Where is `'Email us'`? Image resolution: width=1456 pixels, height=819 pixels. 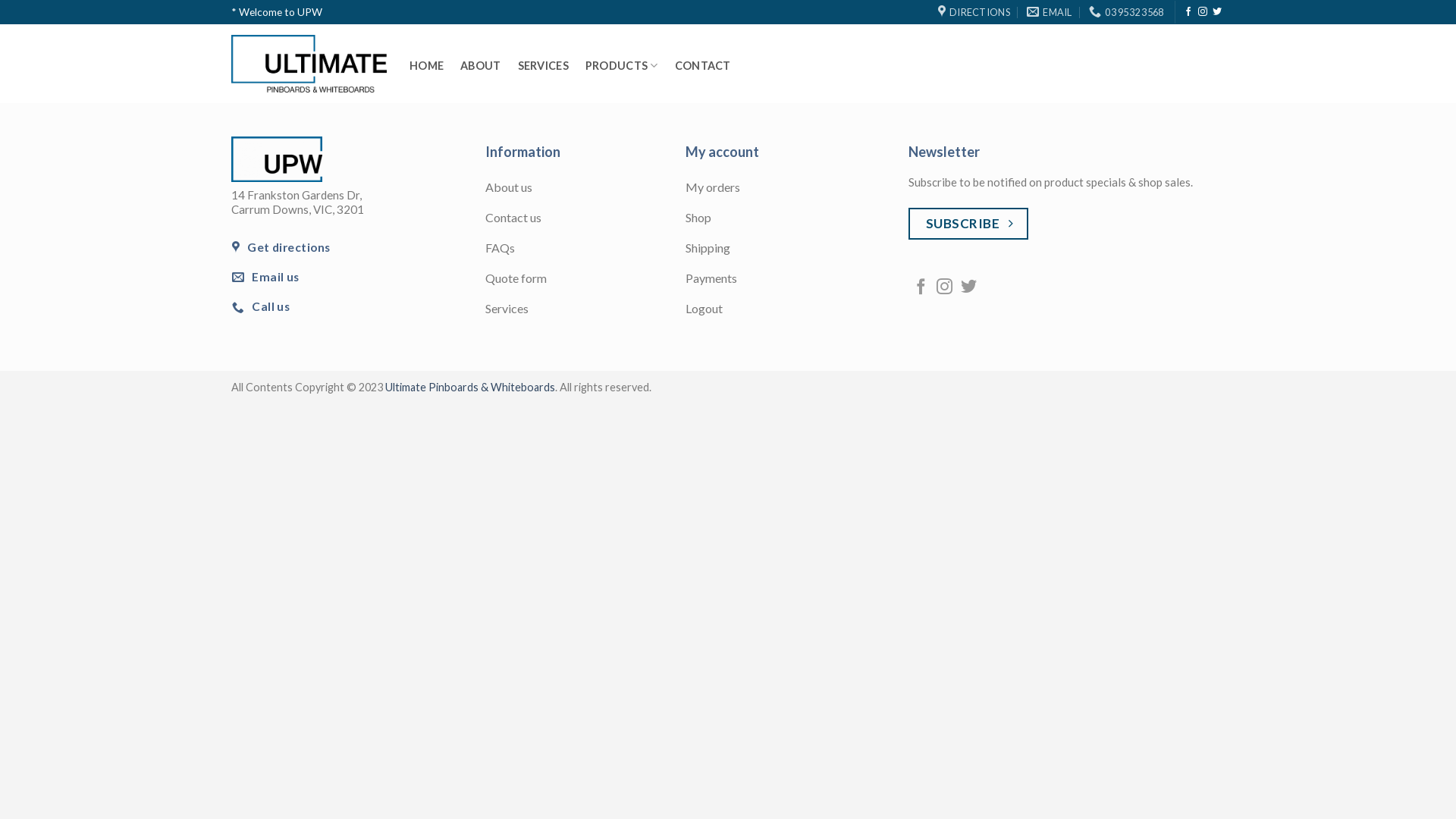
'Email us' is located at coordinates (231, 277).